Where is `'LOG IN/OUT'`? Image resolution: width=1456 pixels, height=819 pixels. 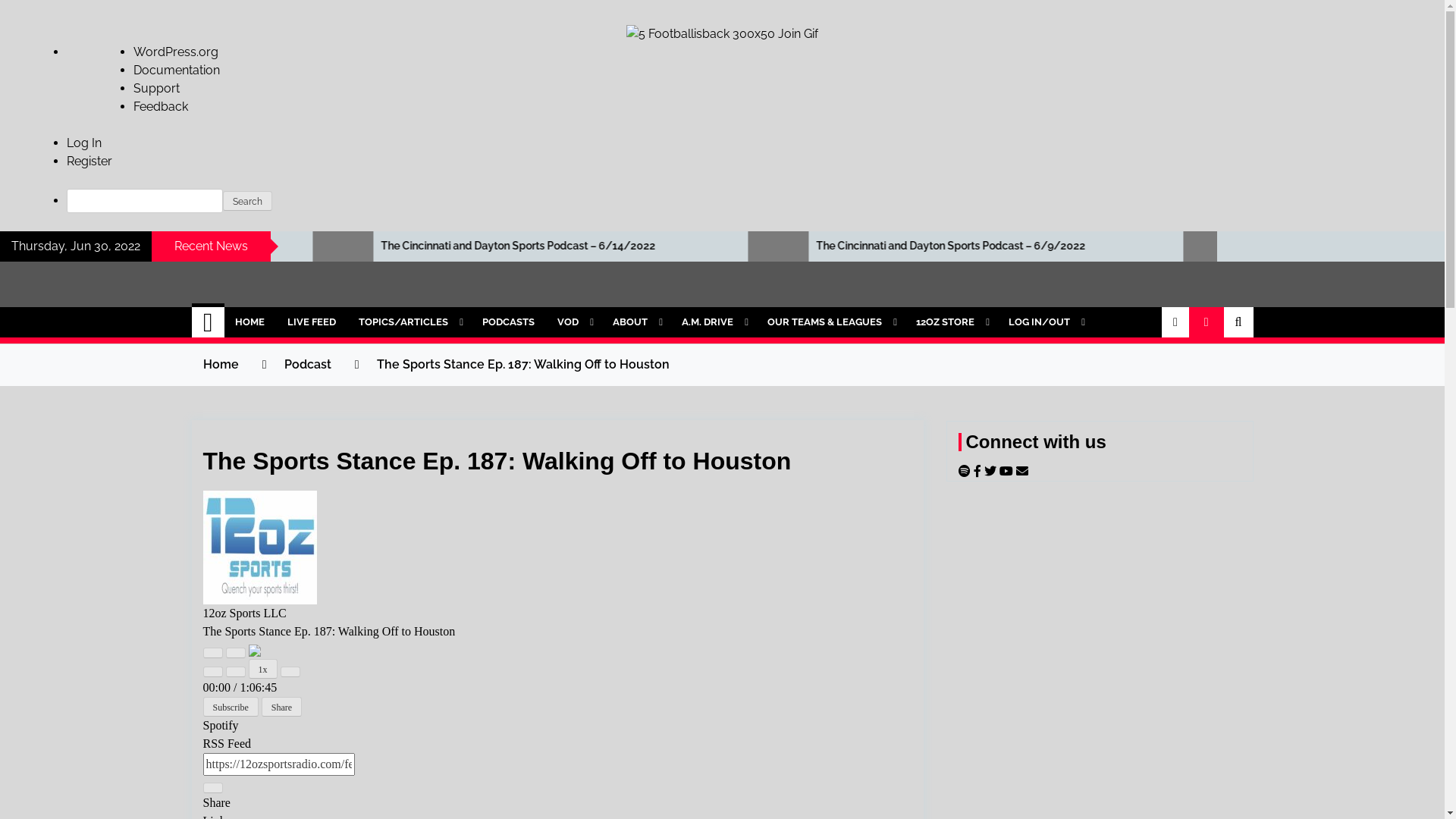 'LOG IN/OUT' is located at coordinates (1043, 321).